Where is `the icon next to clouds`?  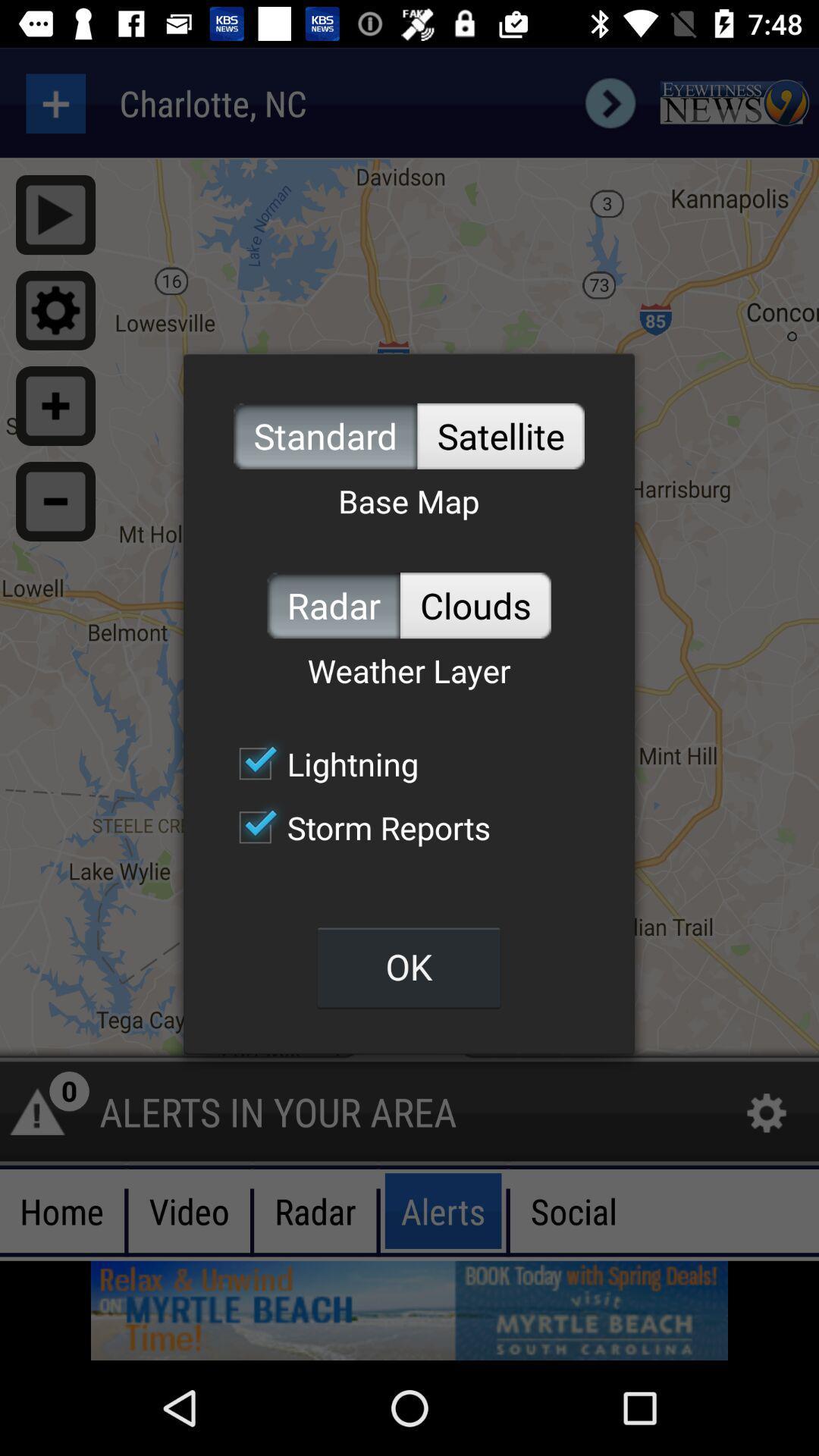 the icon next to clouds is located at coordinates (333, 604).